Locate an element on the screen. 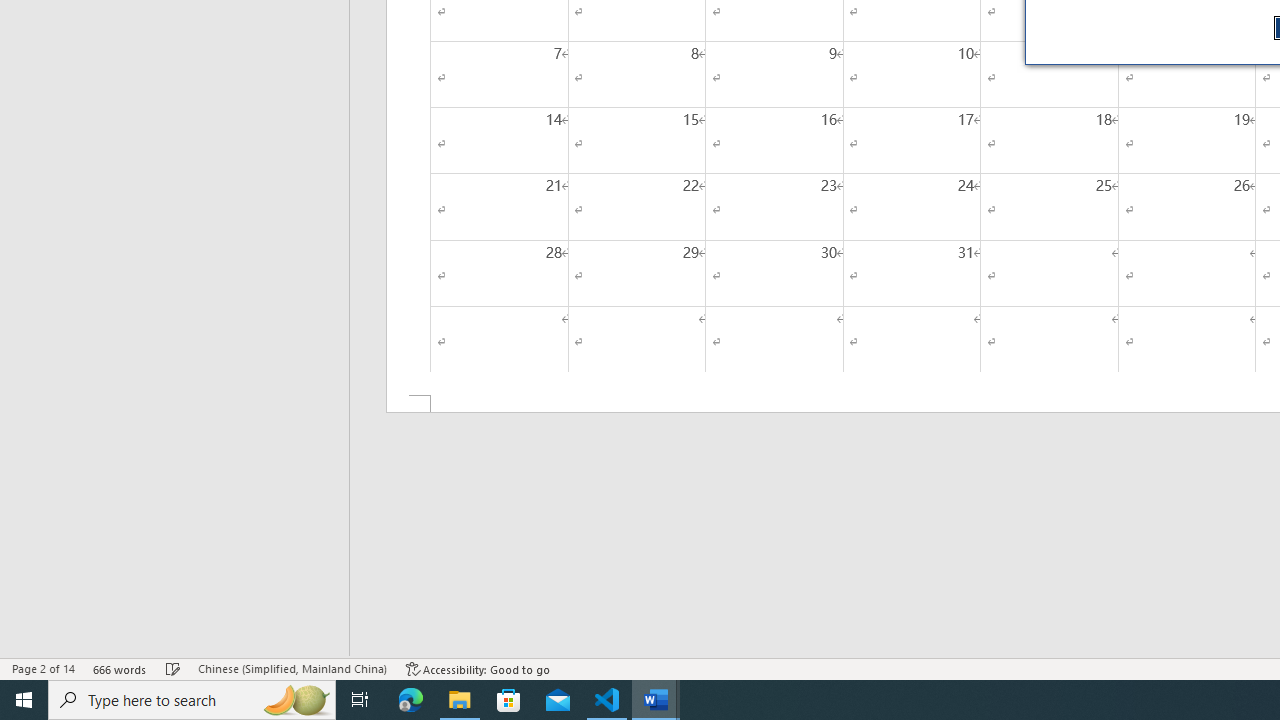  'Word Count 666 words' is located at coordinates (119, 669).